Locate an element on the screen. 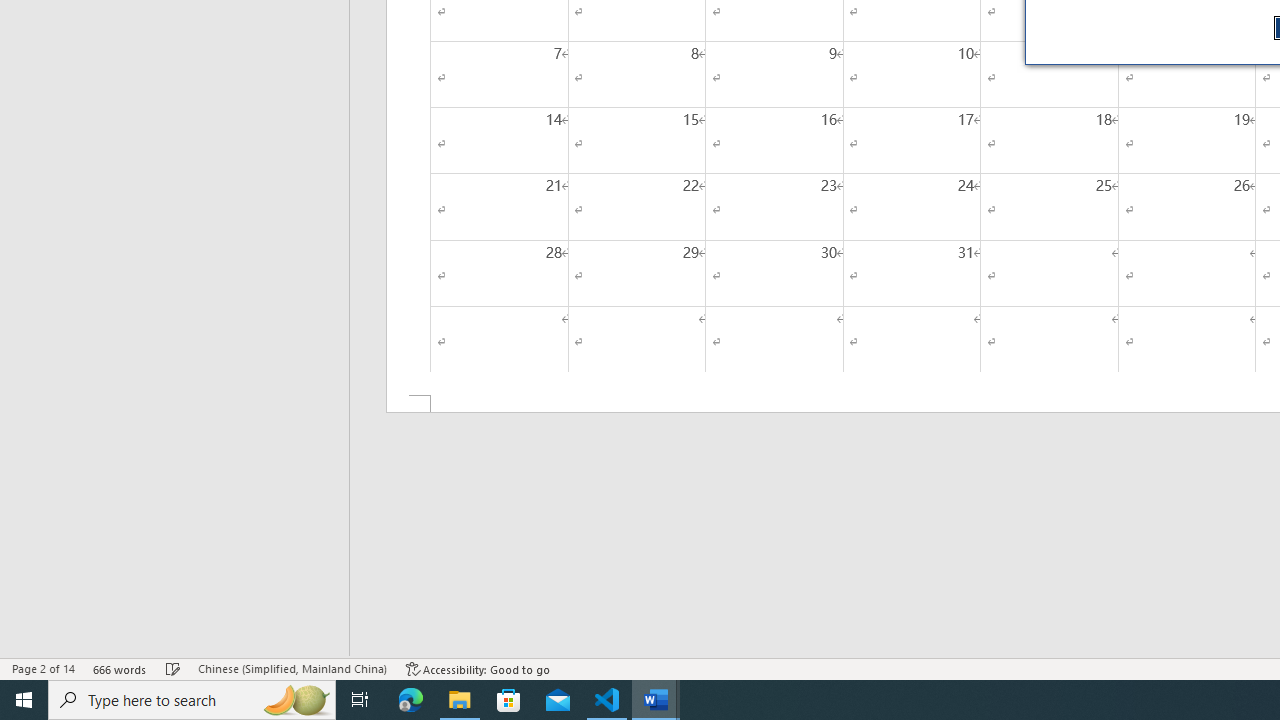  'Word Count 666 words' is located at coordinates (119, 669).